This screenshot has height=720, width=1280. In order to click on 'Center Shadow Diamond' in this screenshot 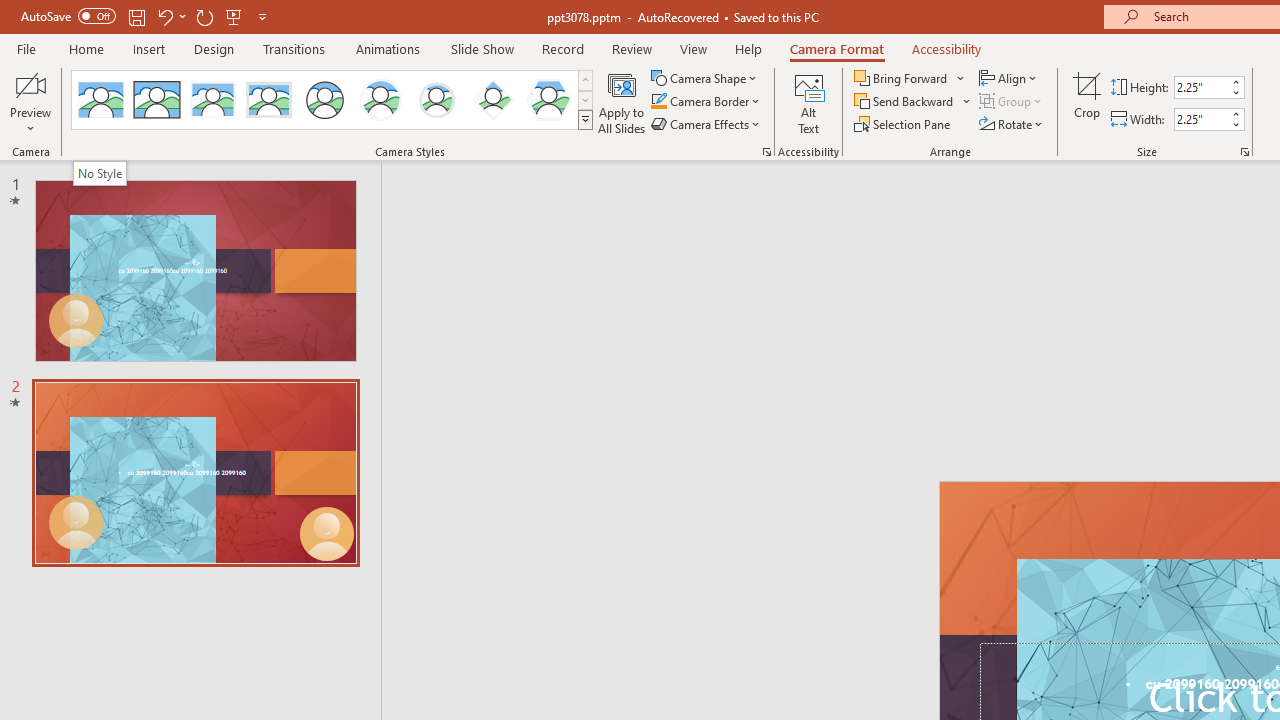, I will do `click(492, 100)`.